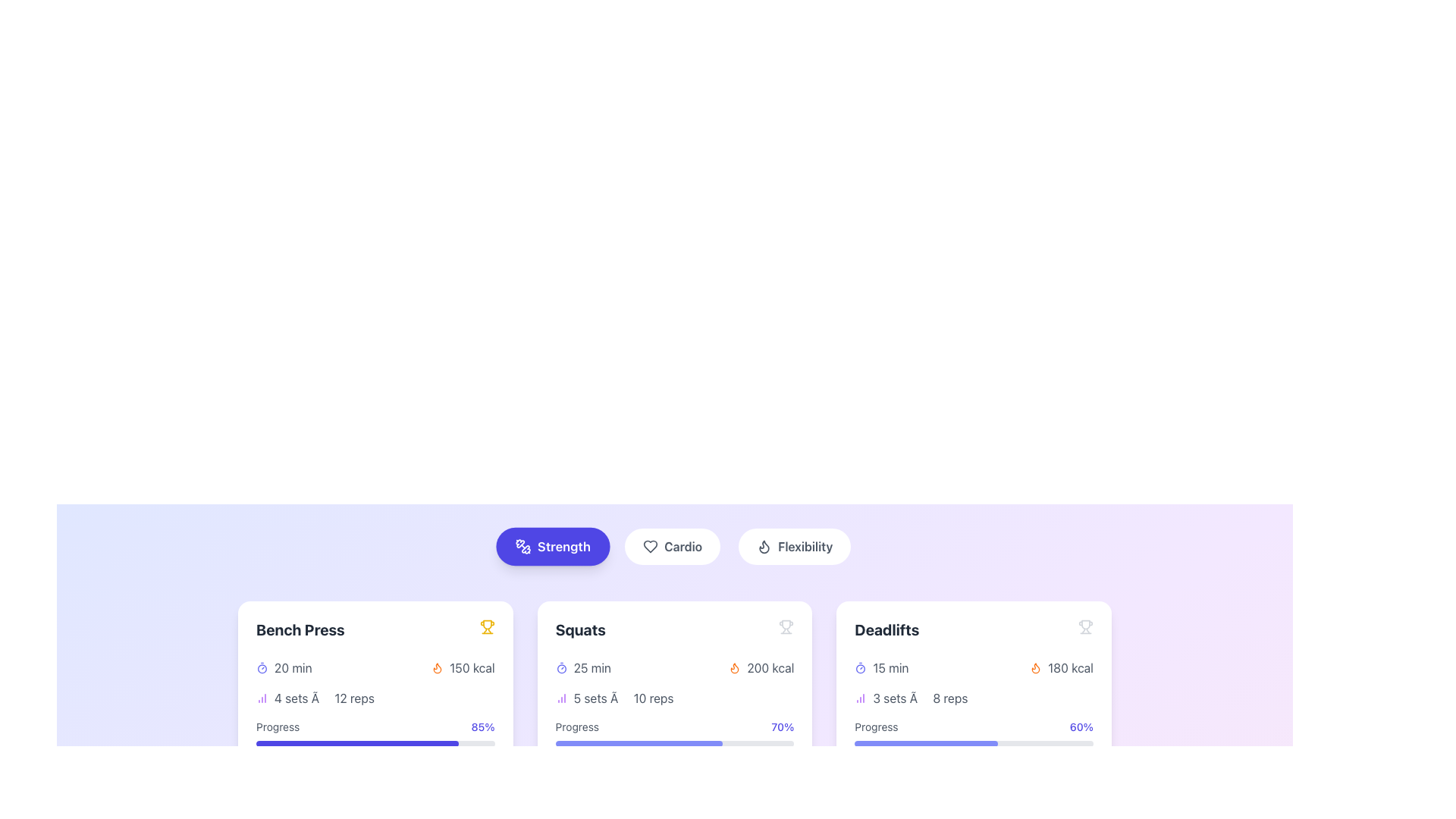 This screenshot has width=1456, height=819. What do you see at coordinates (770, 667) in the screenshot?
I see `the informational text label that displays the caloric value associated with the 'Squats' activity, located within the 'Squats' card below the title and to the right of the flame icon` at bounding box center [770, 667].